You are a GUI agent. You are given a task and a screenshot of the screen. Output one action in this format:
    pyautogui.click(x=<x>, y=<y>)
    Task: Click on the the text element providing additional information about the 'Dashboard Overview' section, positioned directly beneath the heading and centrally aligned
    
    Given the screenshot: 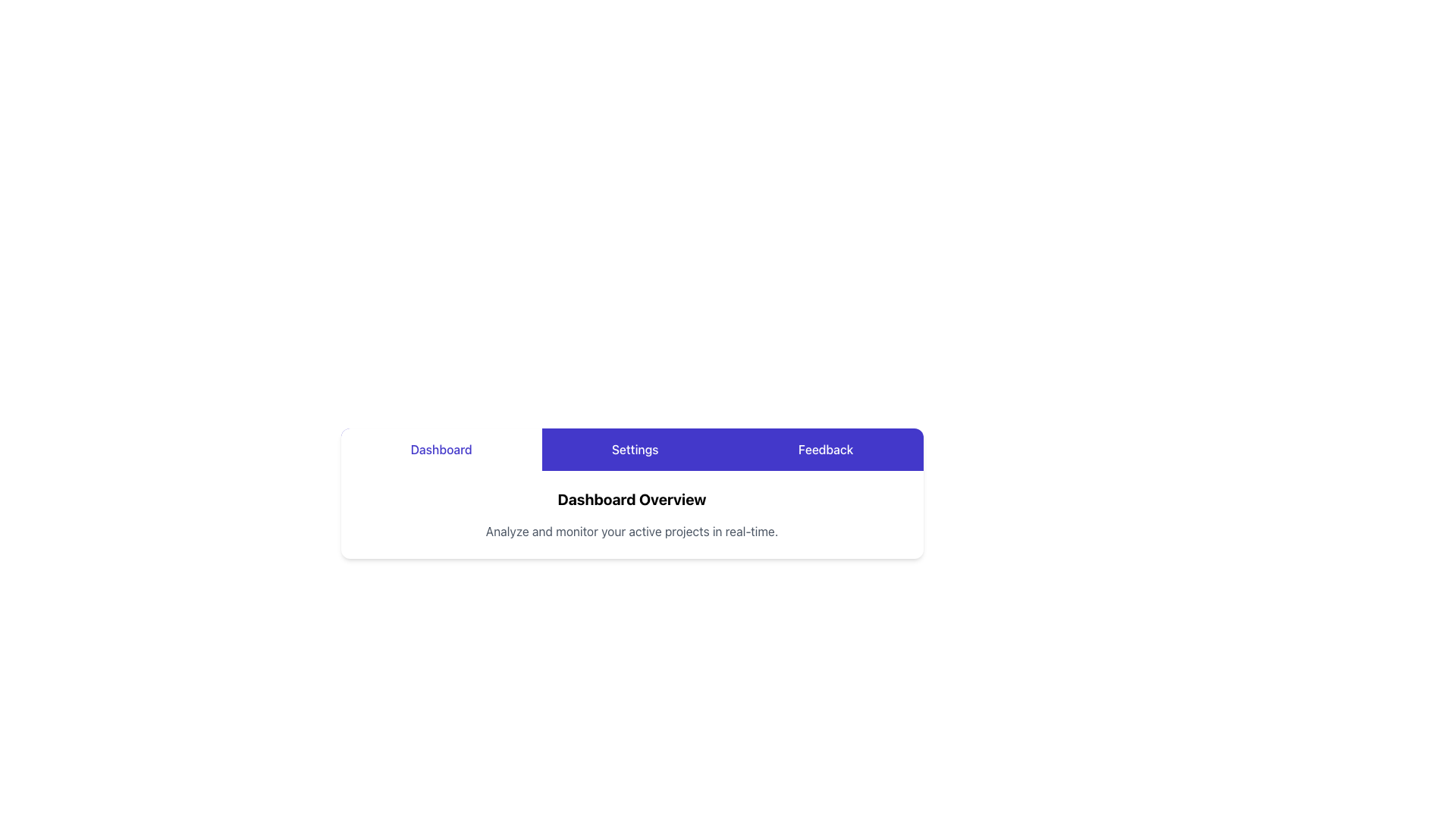 What is the action you would take?
    pyautogui.click(x=632, y=531)
    